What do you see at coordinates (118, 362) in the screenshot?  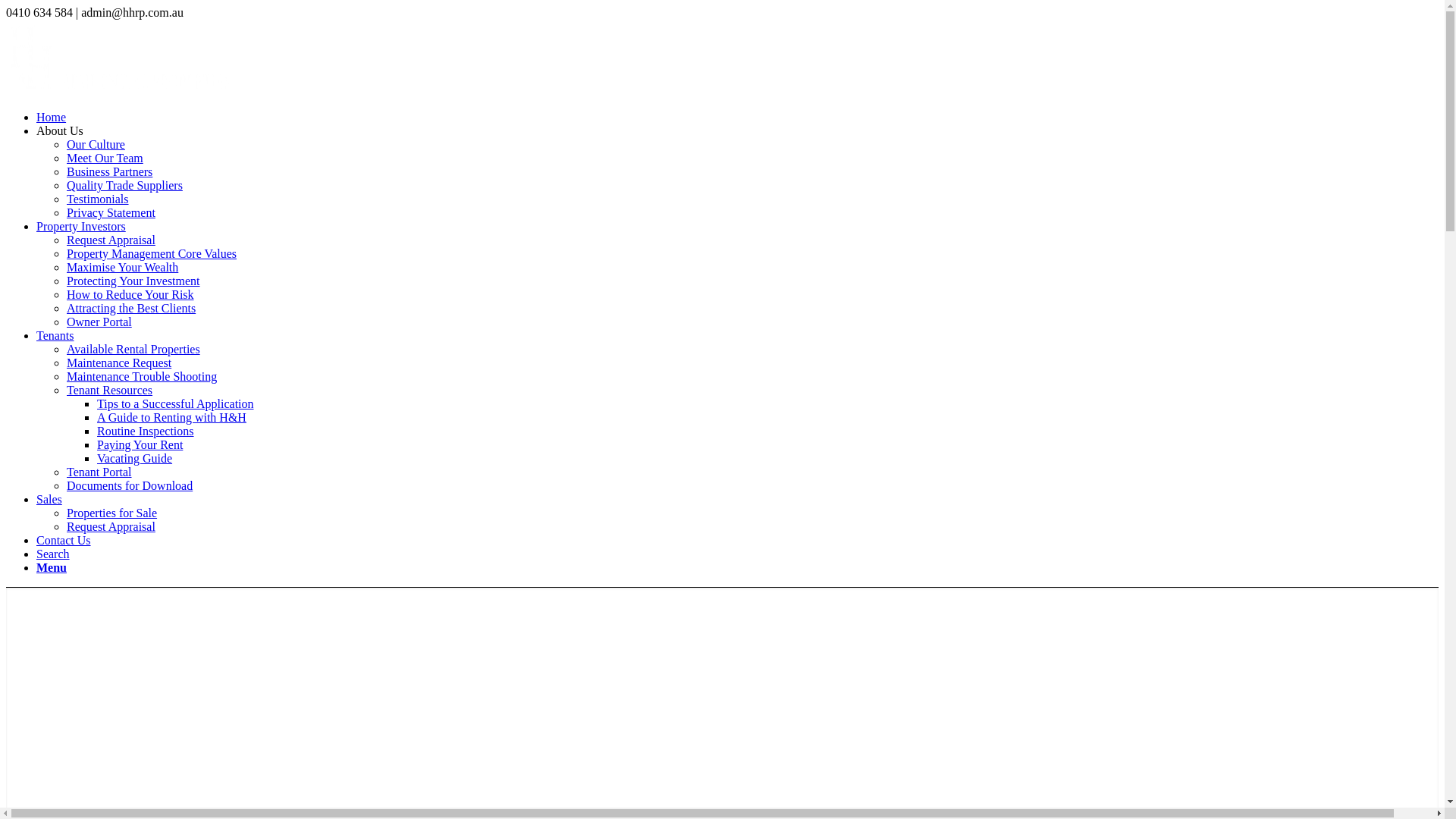 I see `'Maintenance Request'` at bounding box center [118, 362].